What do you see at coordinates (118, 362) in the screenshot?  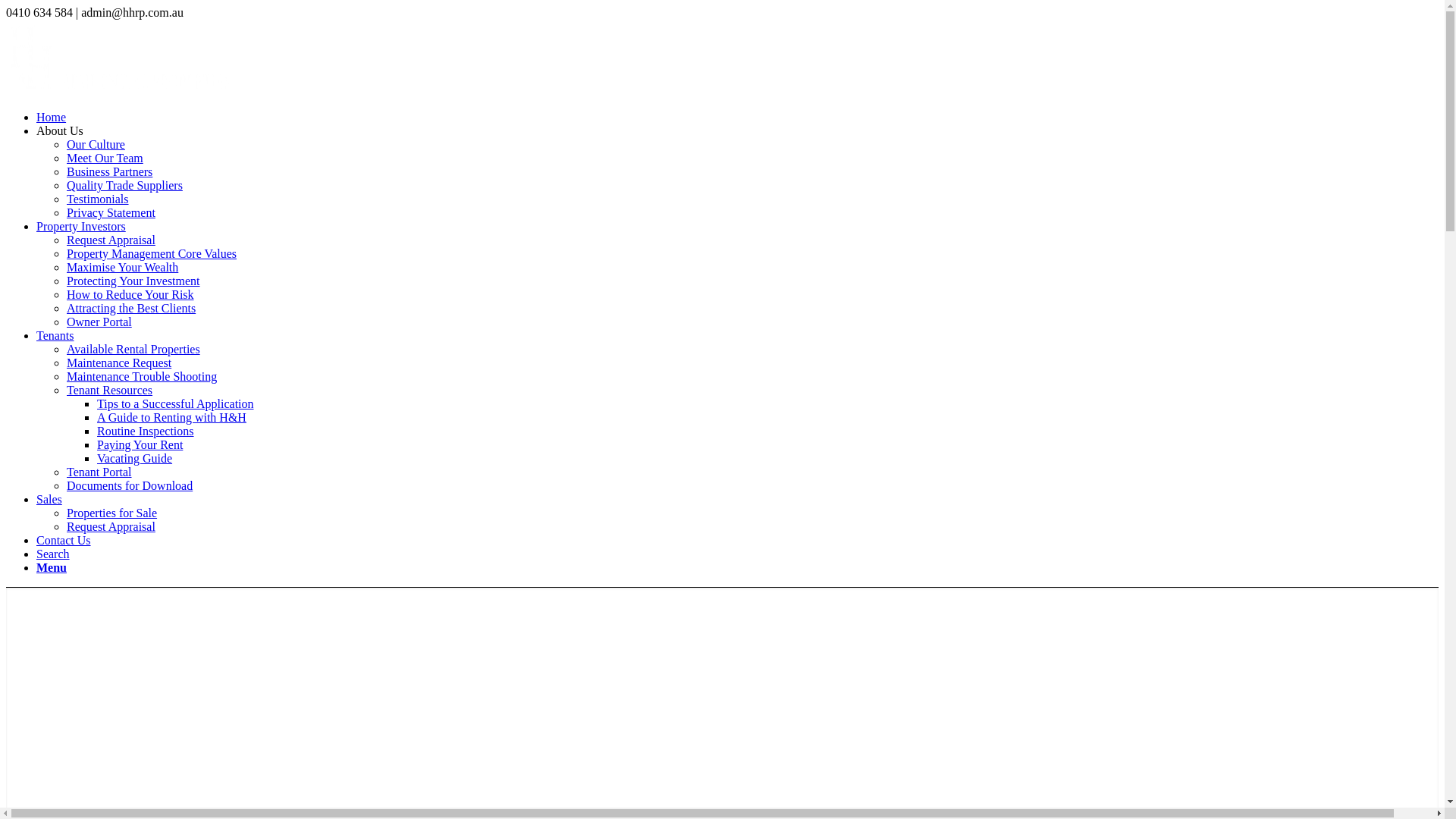 I see `'Maintenance Request'` at bounding box center [118, 362].